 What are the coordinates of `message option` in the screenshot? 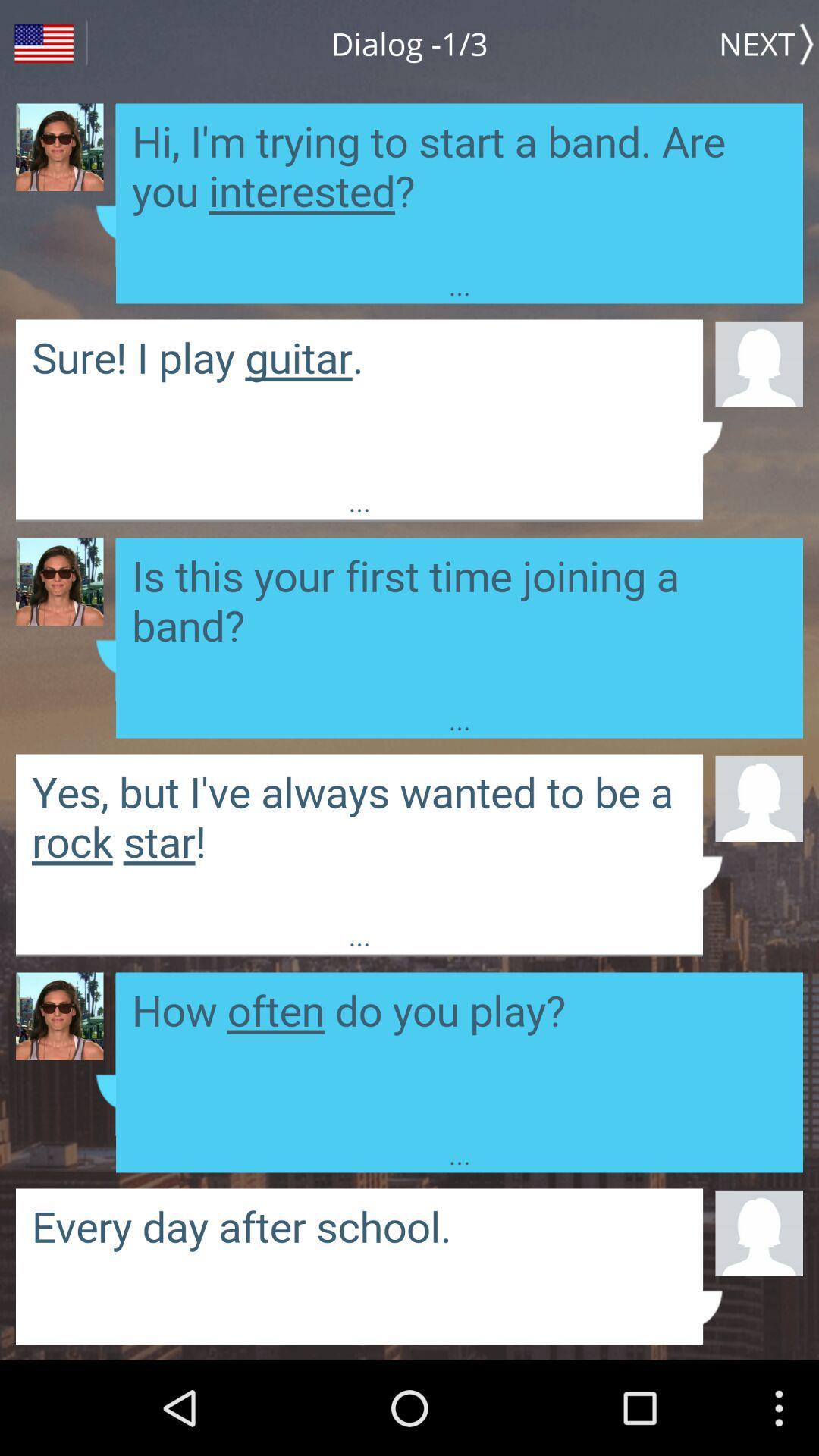 It's located at (359, 401).